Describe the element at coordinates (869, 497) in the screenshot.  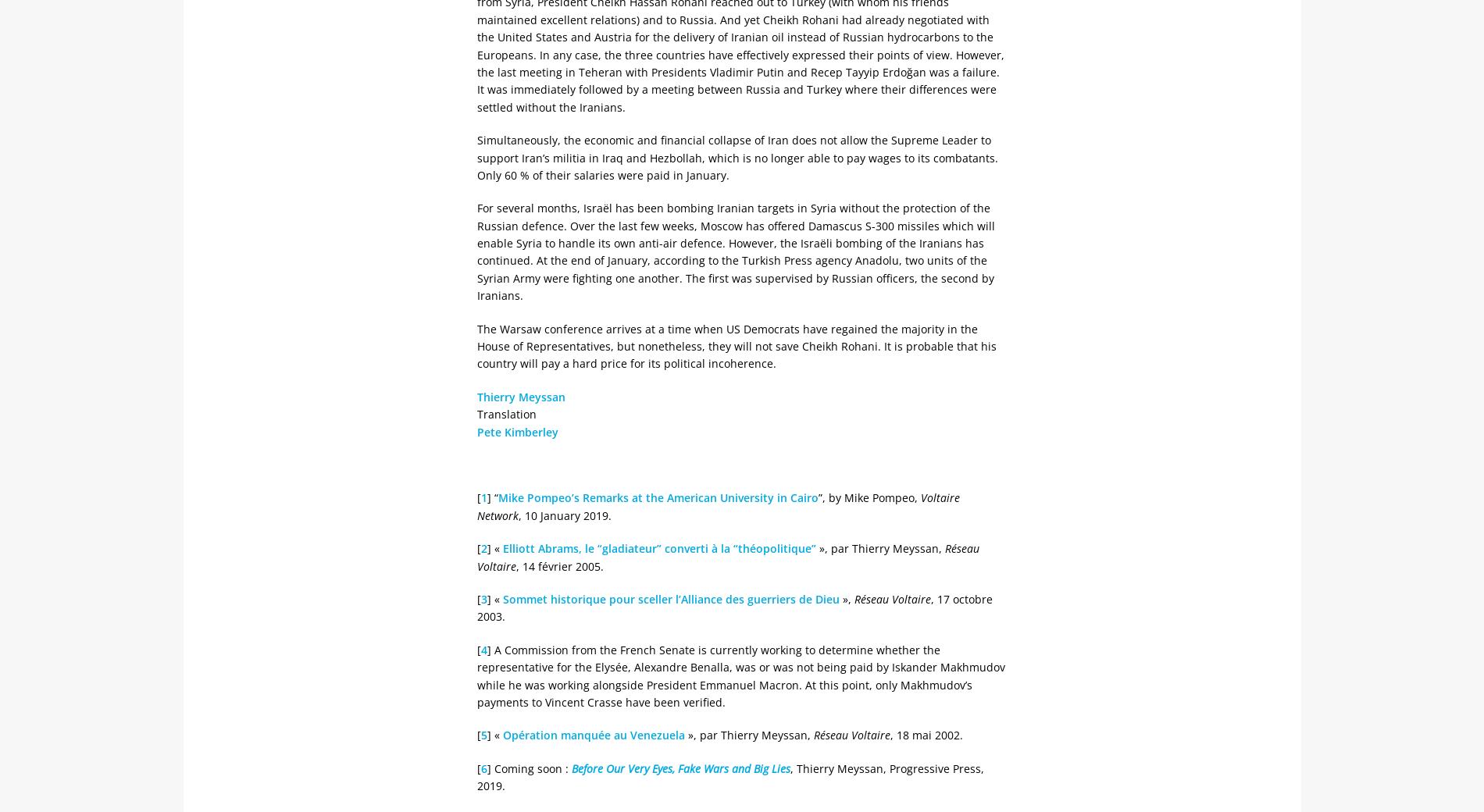
I see `'”, by Mike Pompeo,'` at that location.